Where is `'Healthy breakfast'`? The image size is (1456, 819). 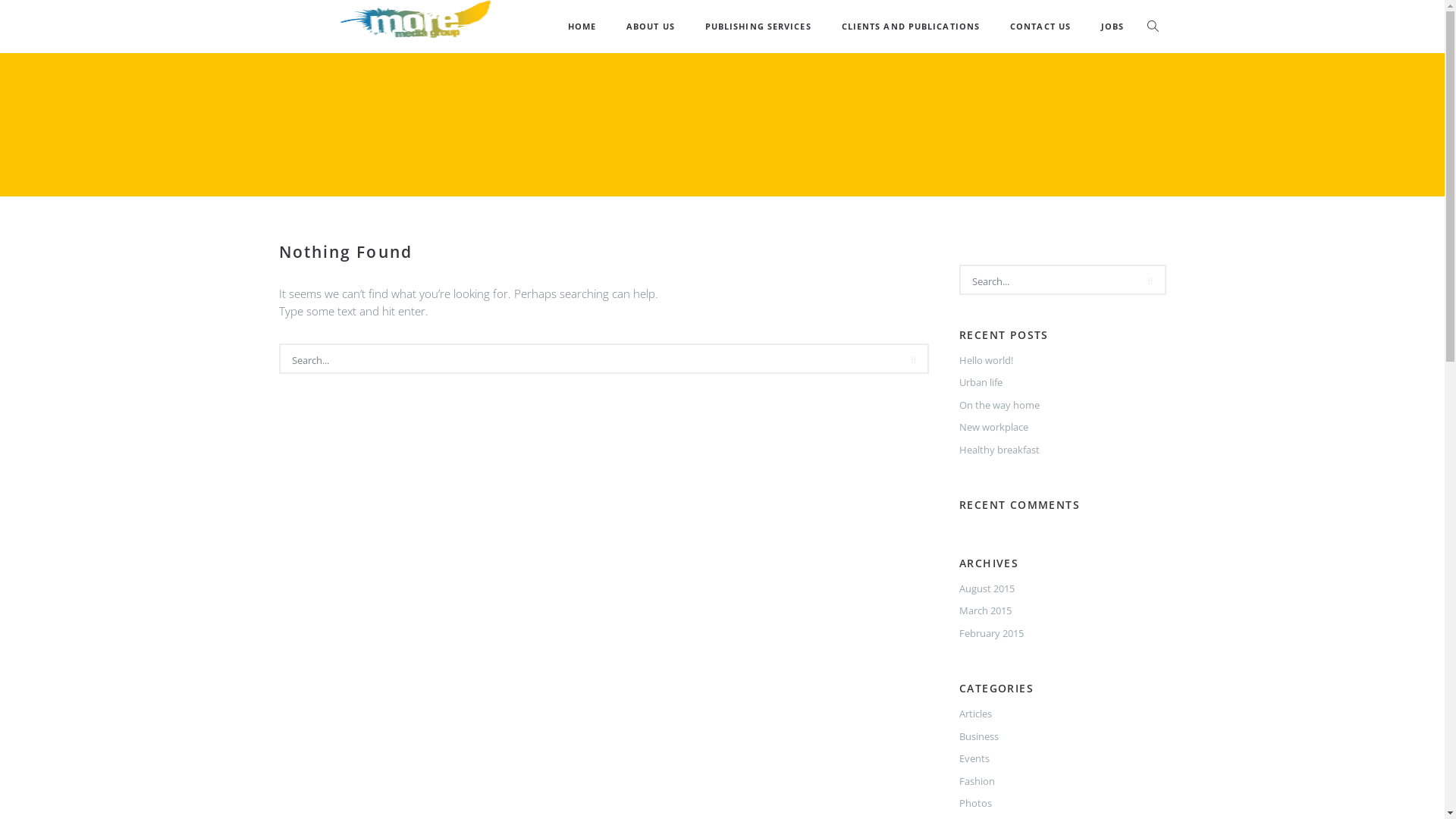
'Healthy breakfast' is located at coordinates (959, 449).